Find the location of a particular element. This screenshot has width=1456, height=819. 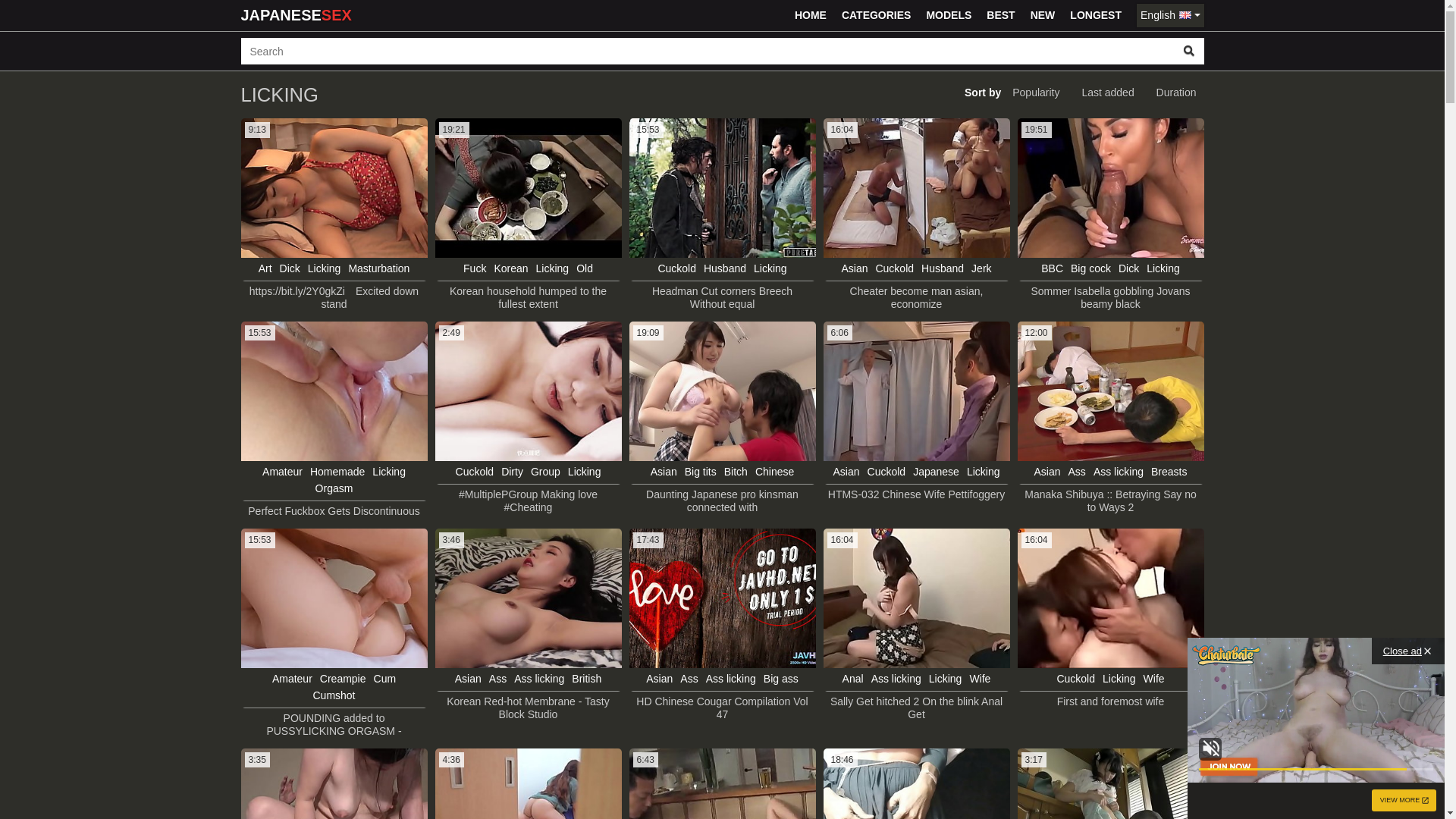

'Manaka Shibuya :: Betraying Say no to Ways 2' is located at coordinates (1110, 500).